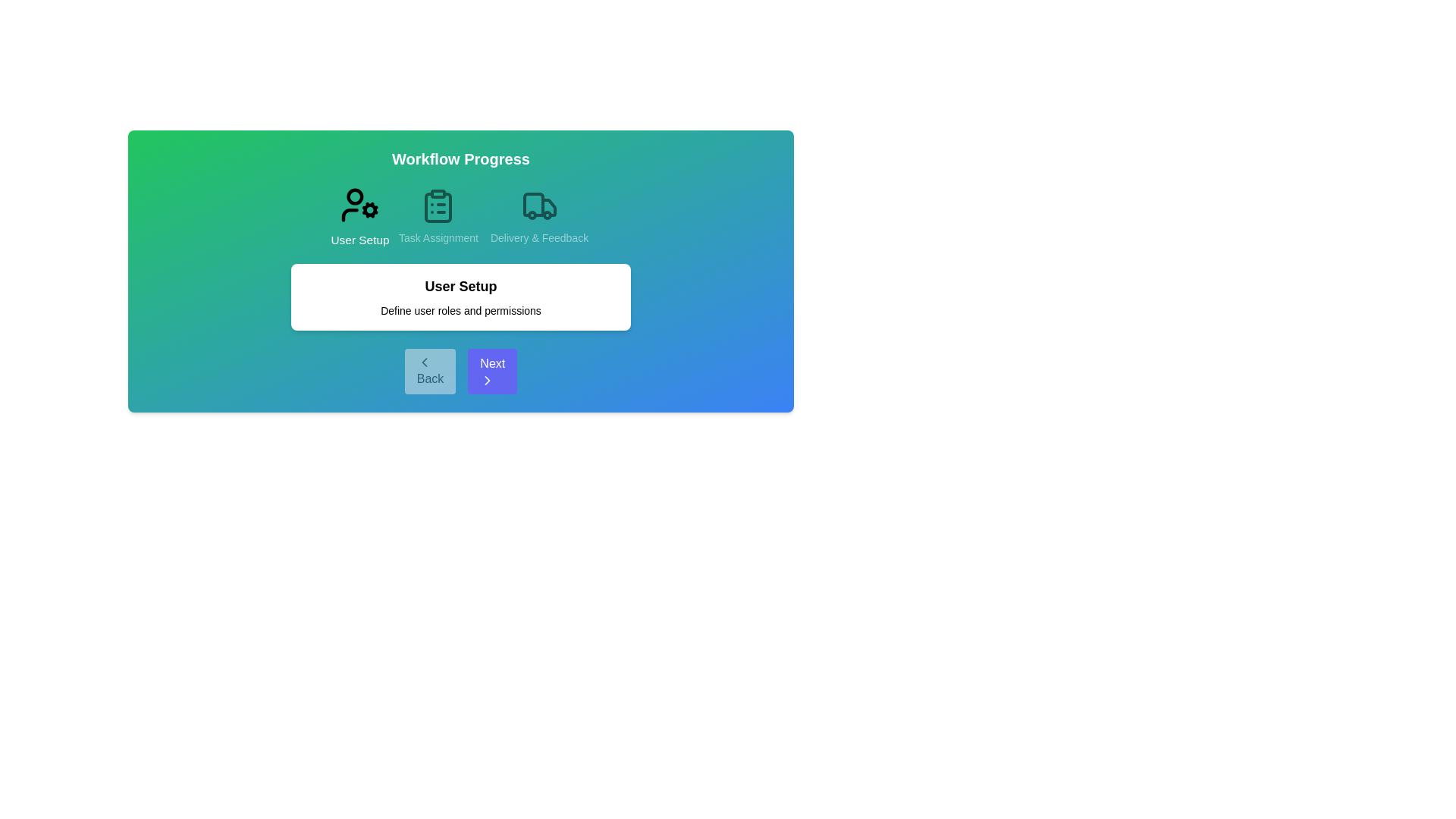  What do you see at coordinates (460, 287) in the screenshot?
I see `the text 'User Setup' from the component` at bounding box center [460, 287].